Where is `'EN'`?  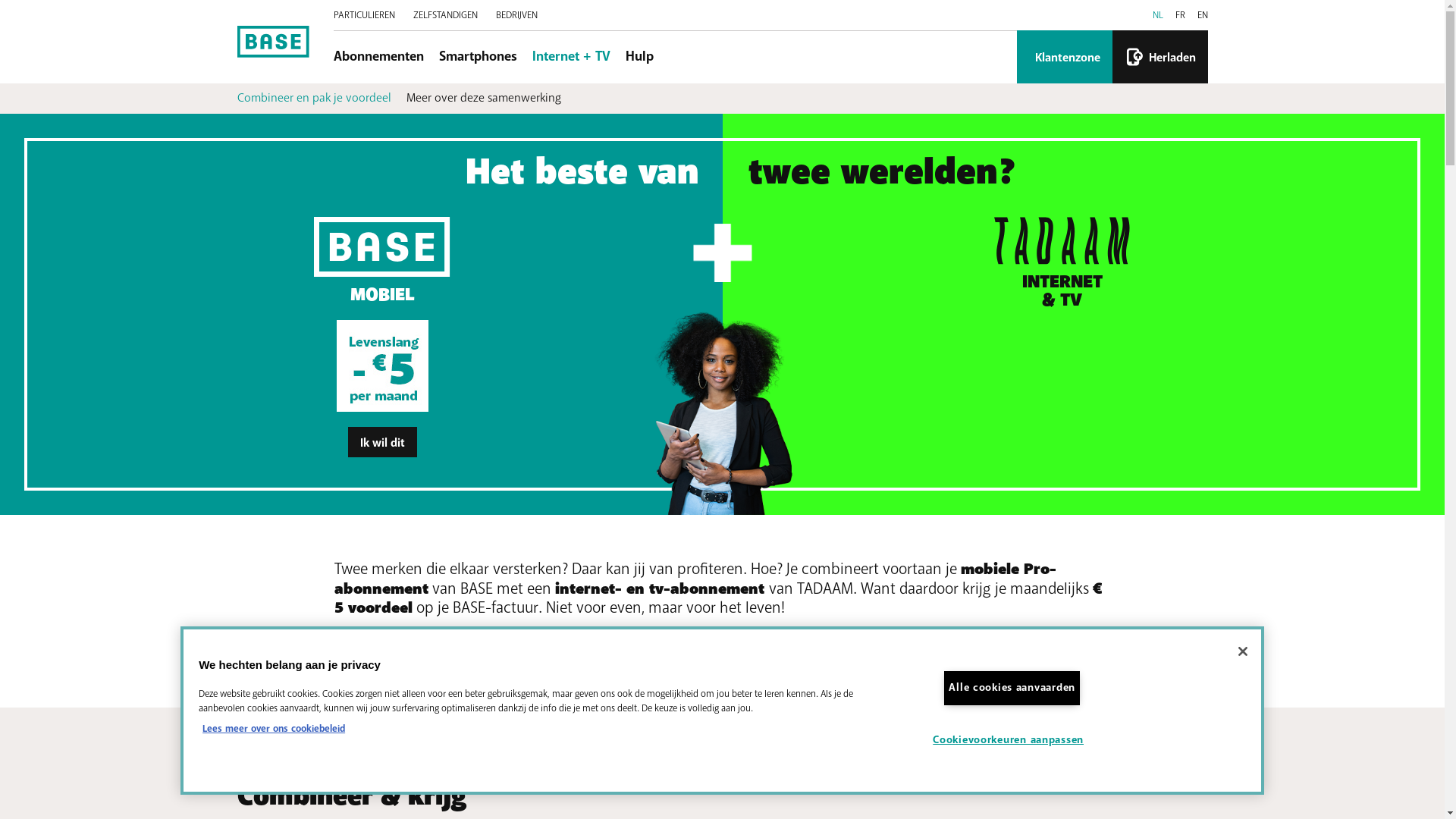 'EN' is located at coordinates (1200, 14).